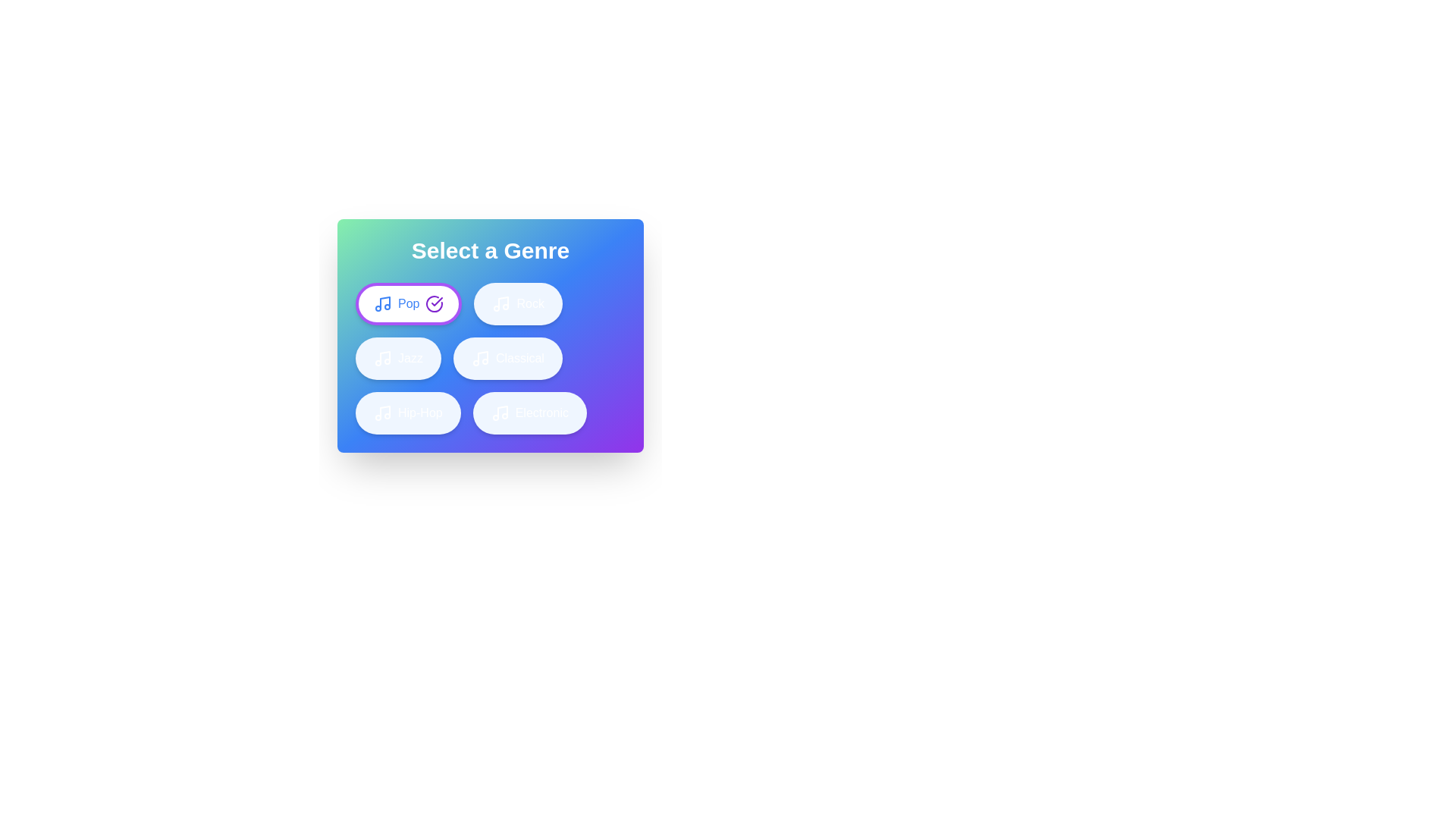 The height and width of the screenshot is (819, 1456). What do you see at coordinates (420, 413) in the screenshot?
I see `the button labeled 'Hip-Hop'` at bounding box center [420, 413].